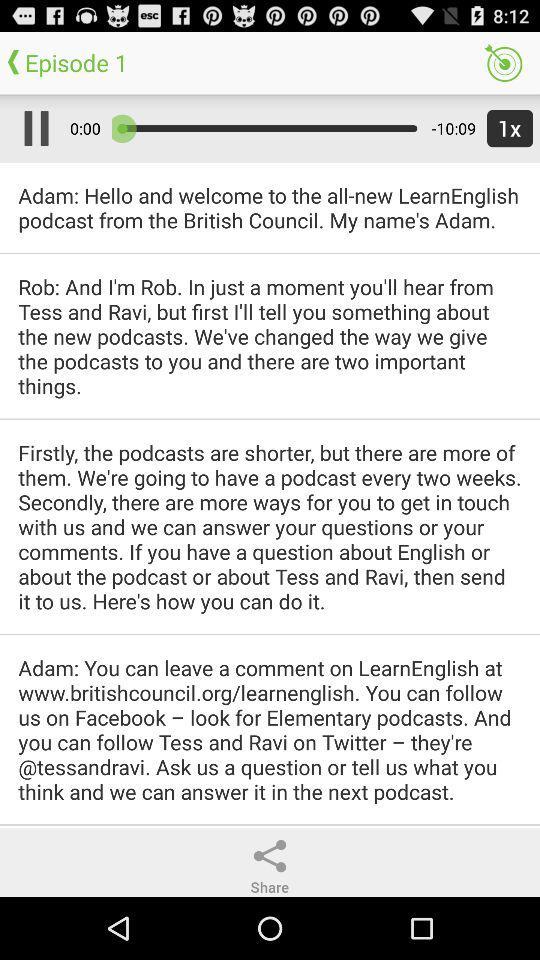  I want to click on share article, so click(270, 855).